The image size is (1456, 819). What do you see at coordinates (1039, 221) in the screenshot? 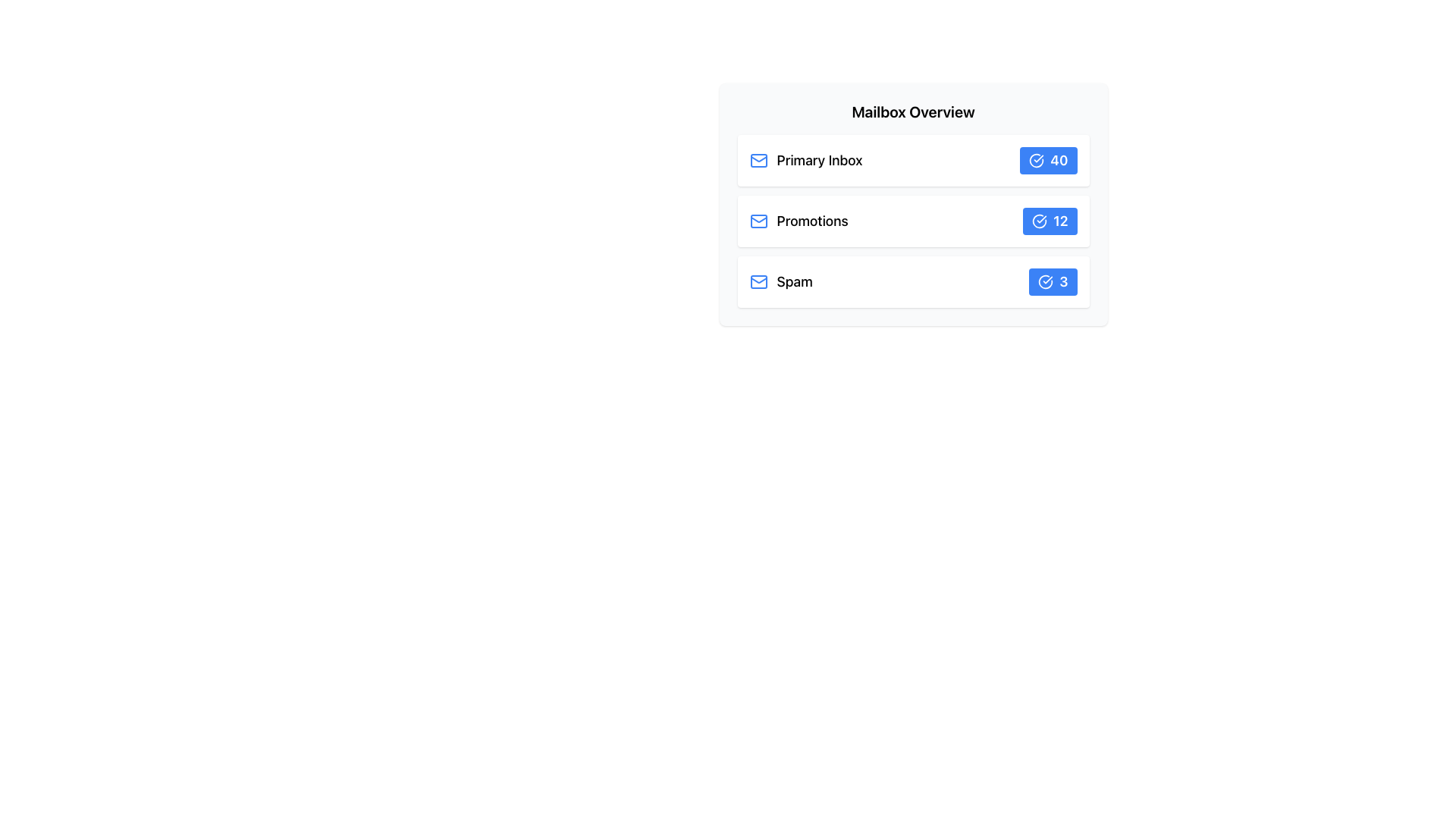
I see `the status icon located in the blue circular area to the right of the 'Promotions' category text in the second row of the list` at bounding box center [1039, 221].